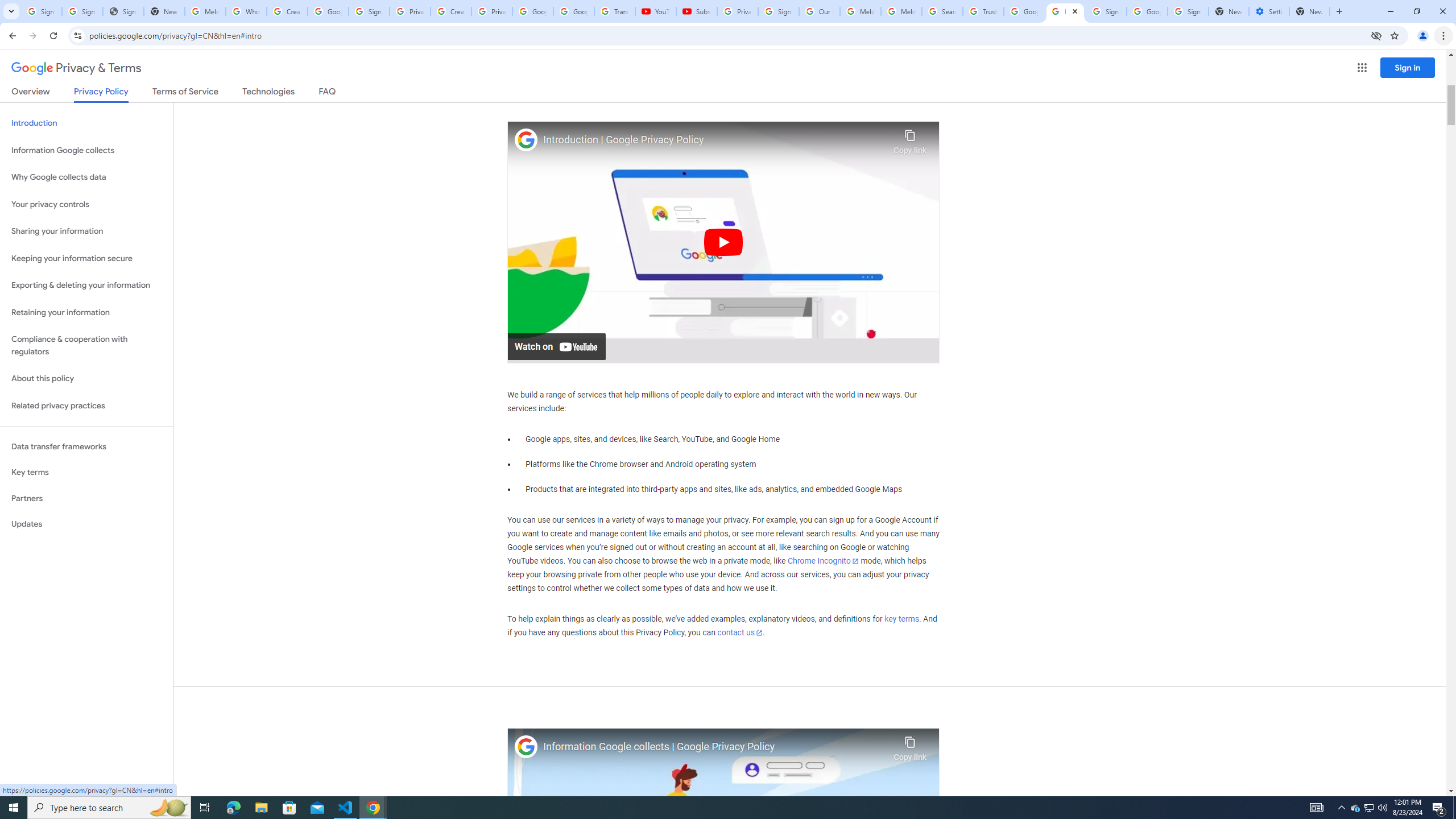 The width and height of the screenshot is (1456, 819). Describe the element at coordinates (1146, 11) in the screenshot. I see `'Google Cybersecurity Innovations - Google Safety Center'` at that location.